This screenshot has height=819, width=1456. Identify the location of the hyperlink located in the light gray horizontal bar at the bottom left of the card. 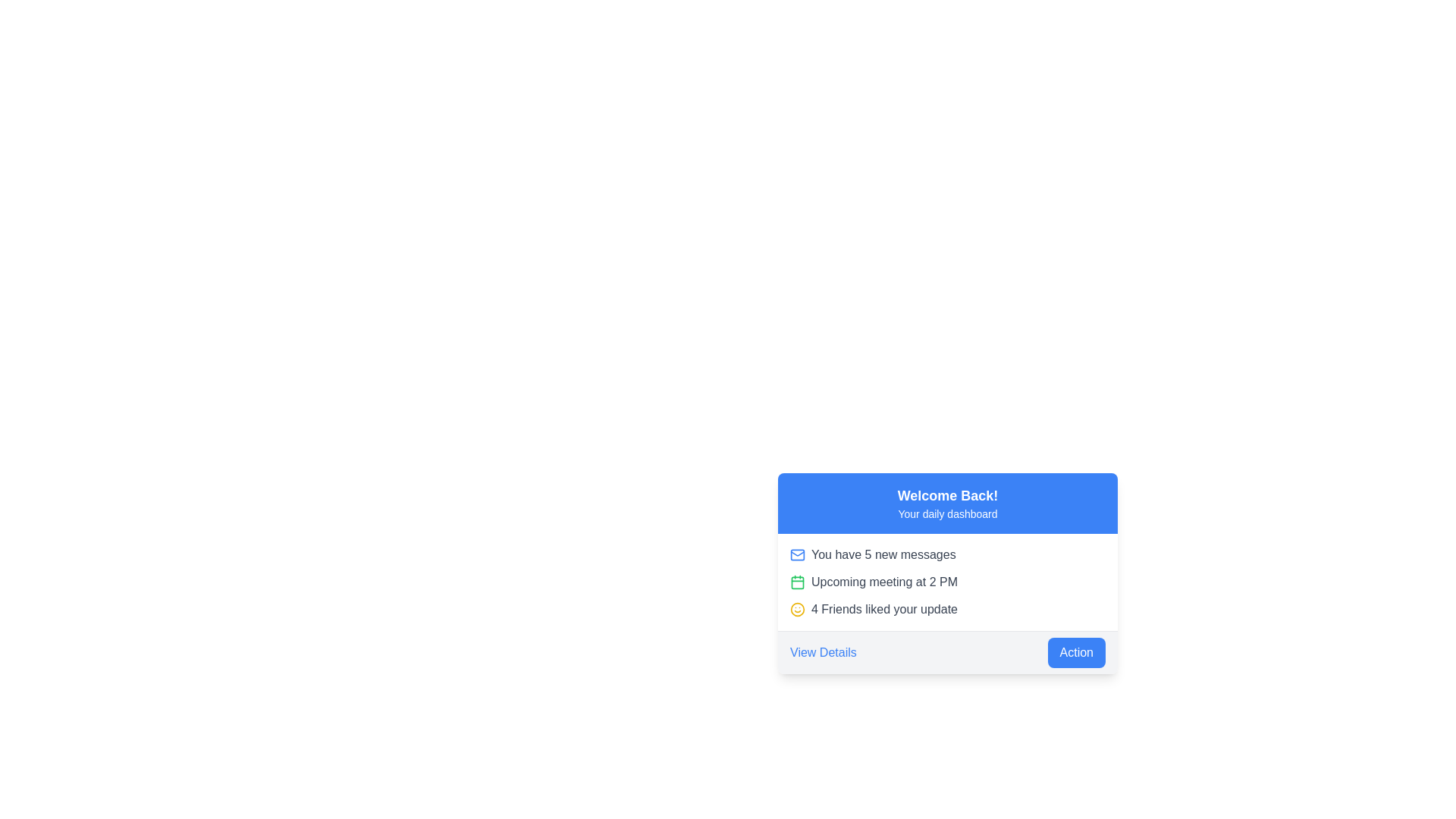
(822, 651).